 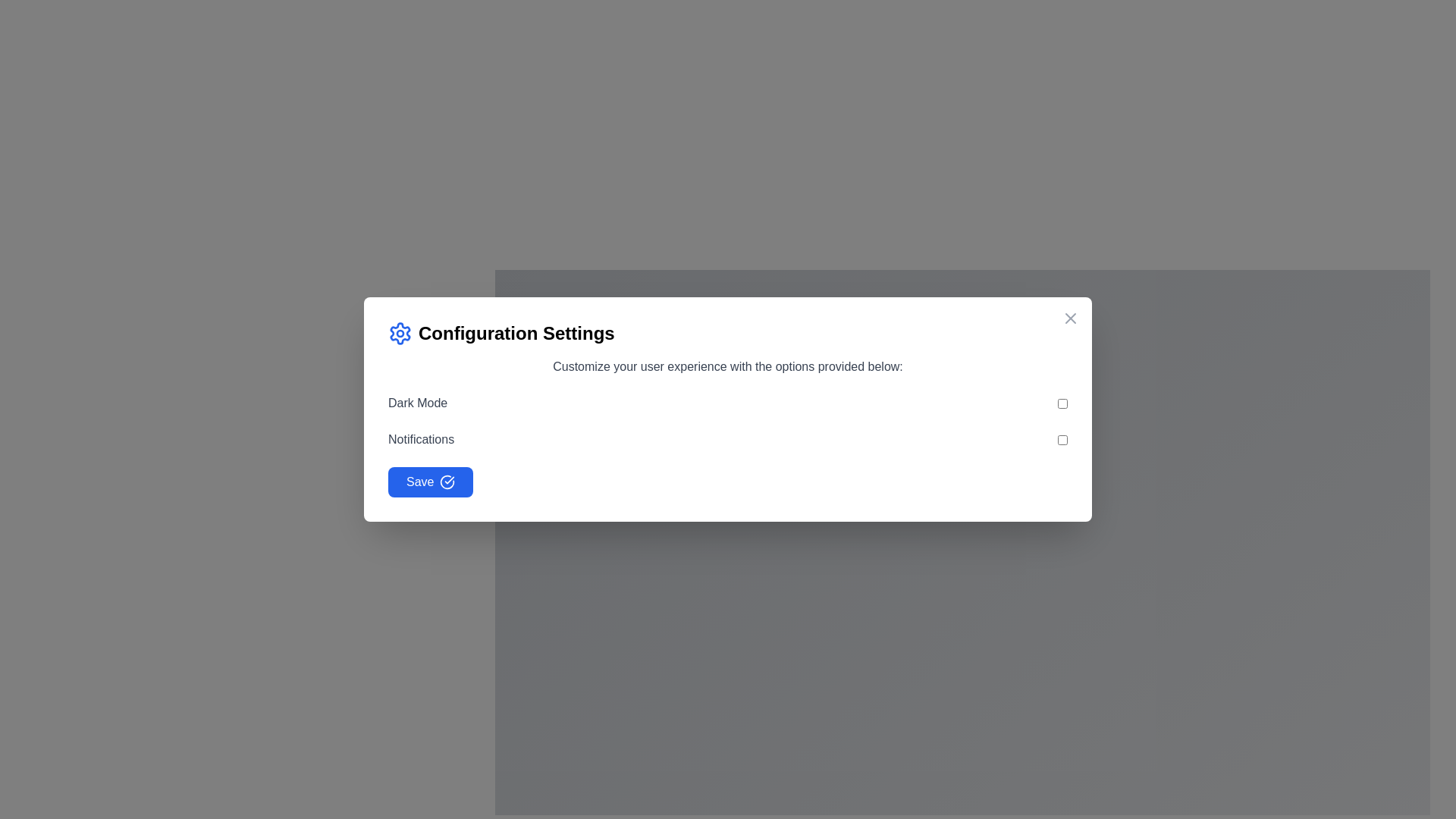 I want to click on the blue 'Save' button with rounded edges featuring a check-circle icon located at the bottom-left of the 'Configuration Settings' panel, so click(x=430, y=482).